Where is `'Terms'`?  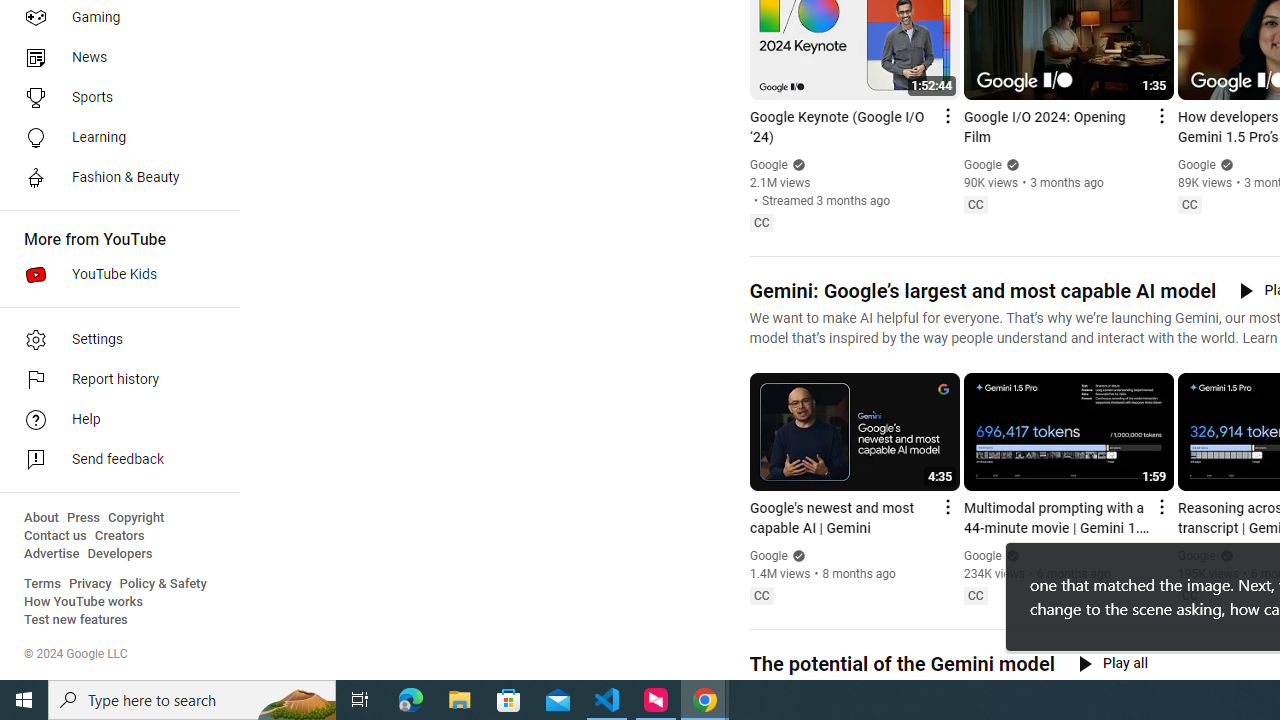 'Terms' is located at coordinates (42, 584).